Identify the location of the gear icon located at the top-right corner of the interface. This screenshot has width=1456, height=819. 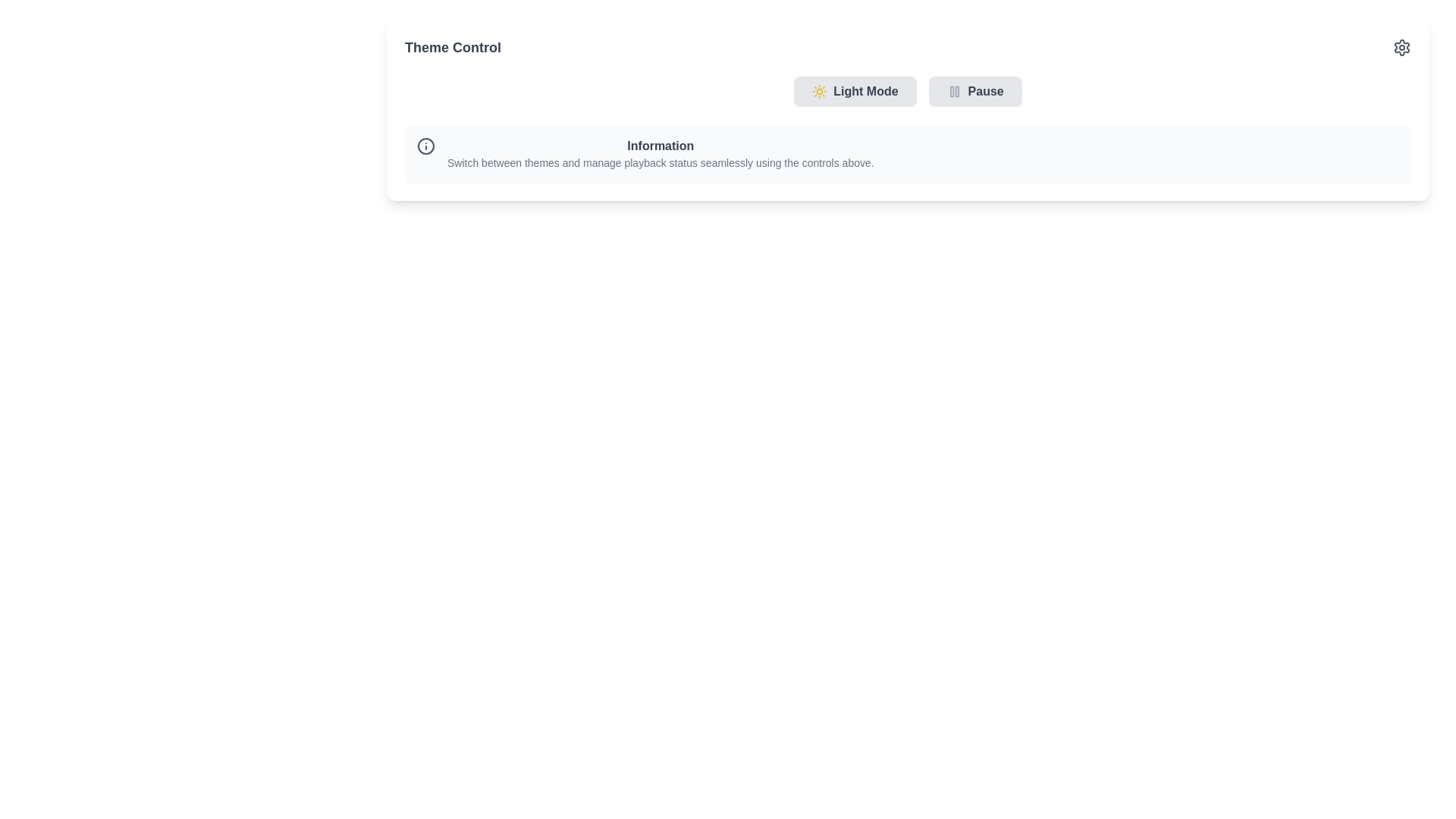
(1401, 46).